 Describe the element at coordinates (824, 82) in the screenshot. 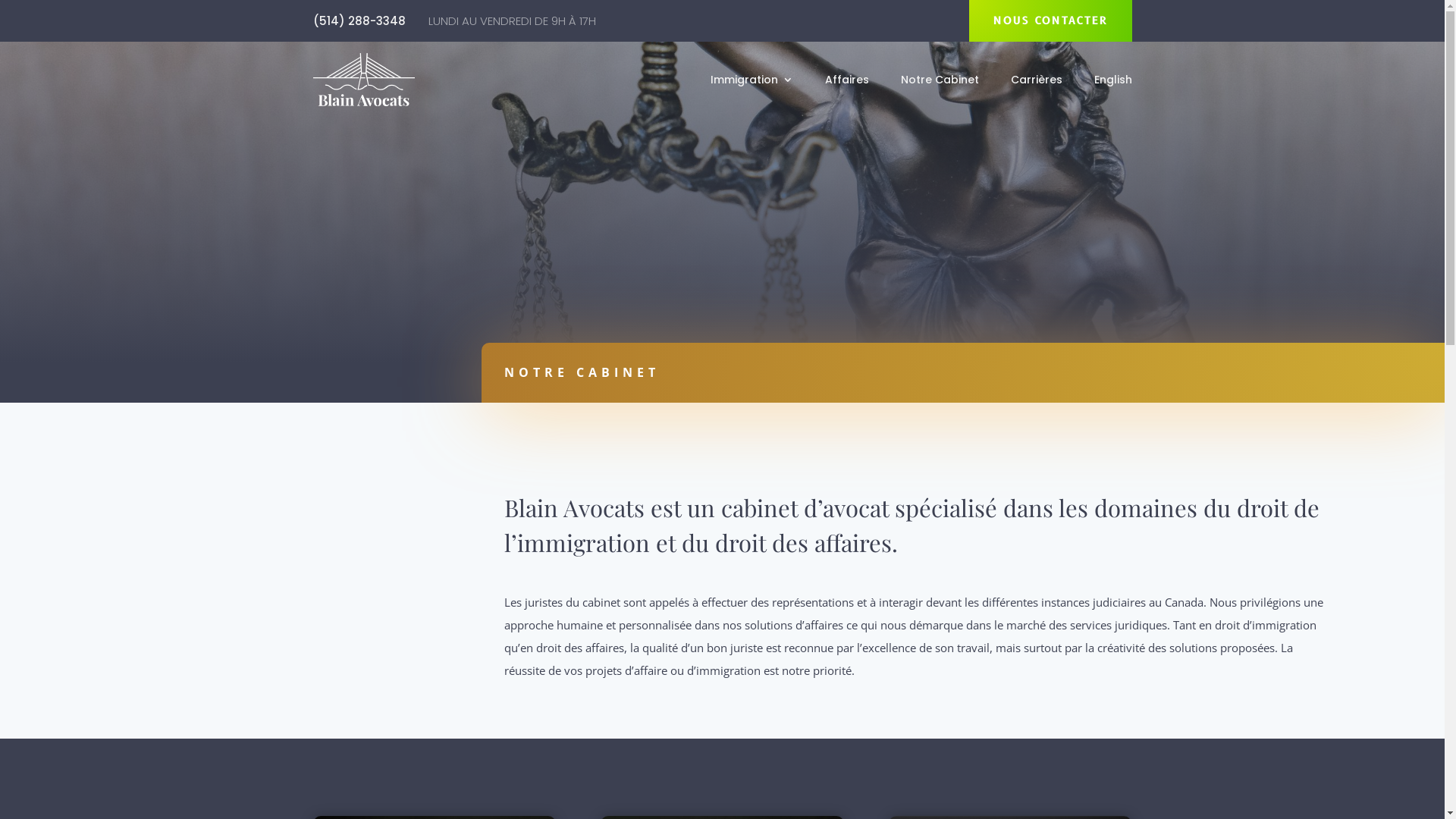

I see `'Affaires'` at that location.